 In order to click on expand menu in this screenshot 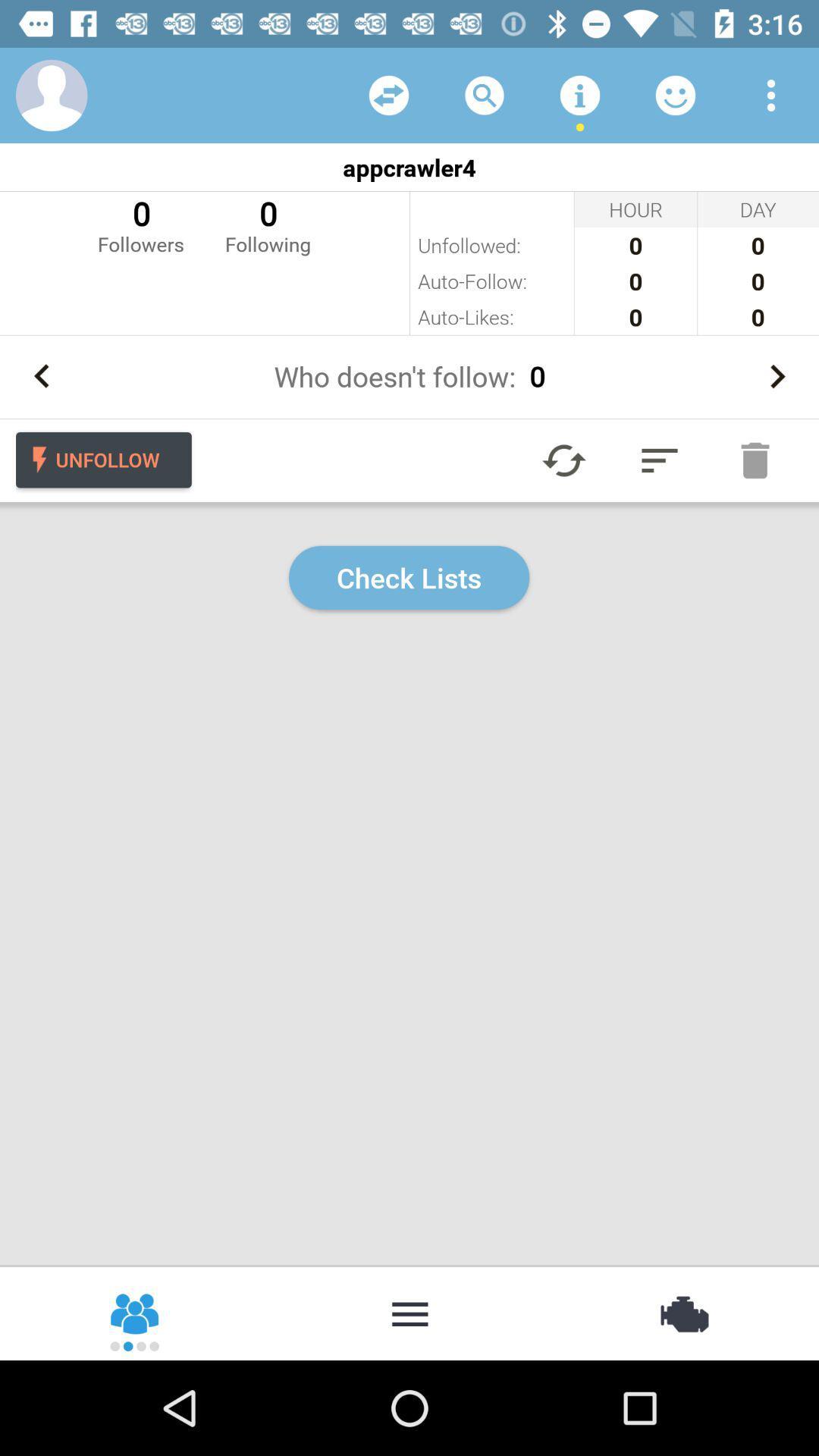, I will do `click(659, 460)`.